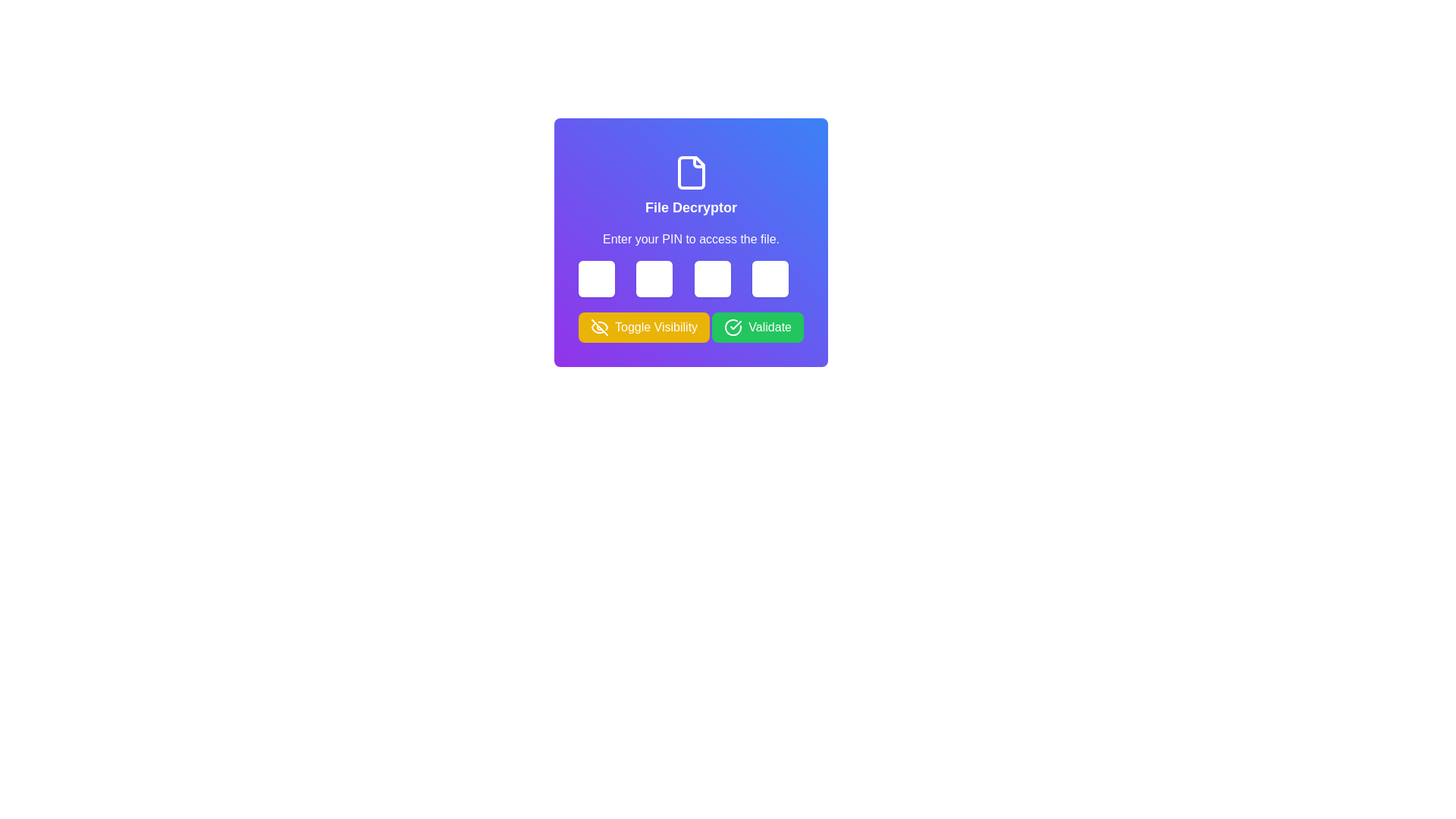 Image resolution: width=1456 pixels, height=819 pixels. I want to click on the 'eye-off' SVG icon located on the left side of the 'Toggle Visibility' button, so click(599, 327).